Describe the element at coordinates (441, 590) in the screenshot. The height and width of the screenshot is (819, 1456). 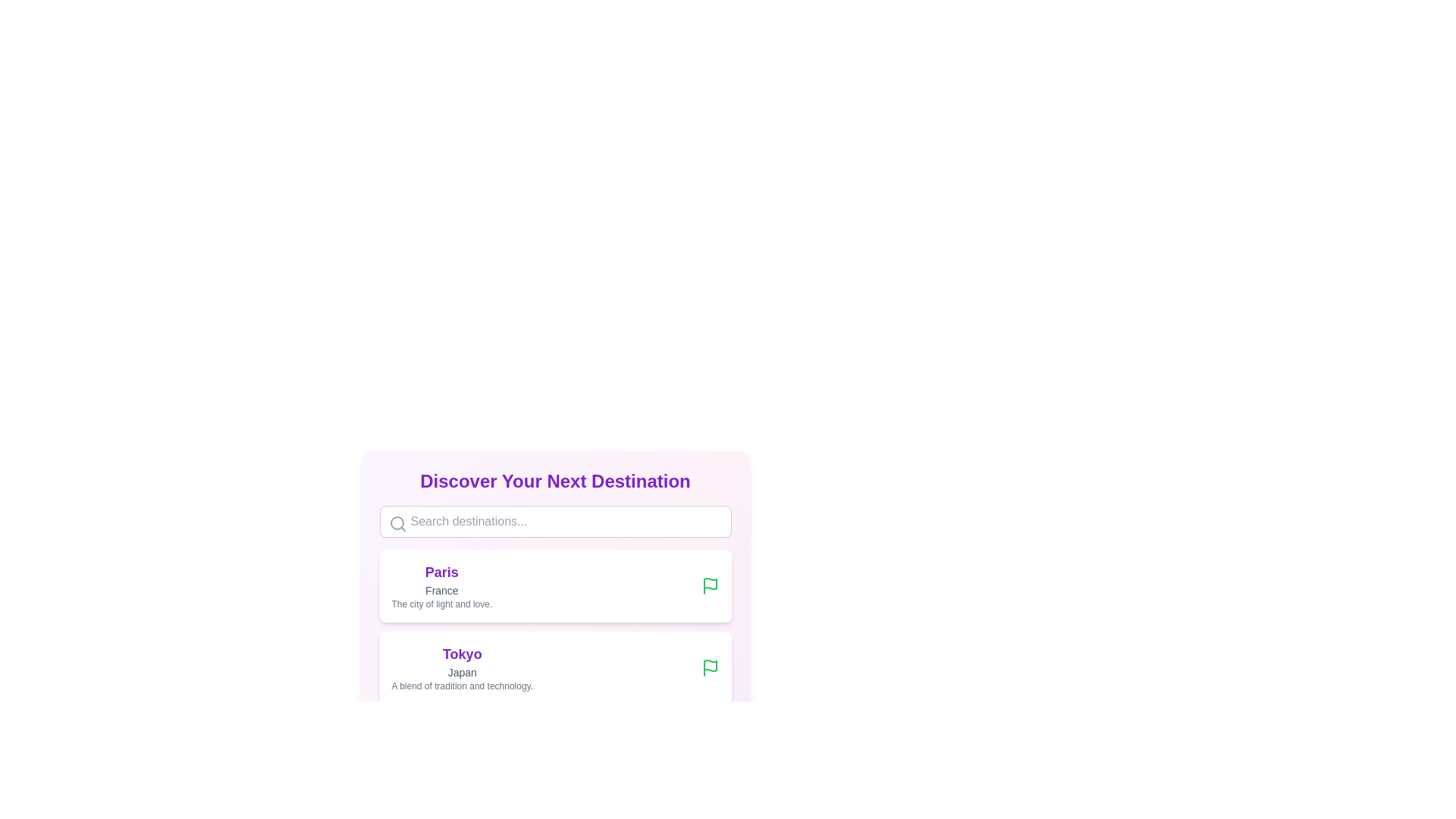
I see `the text label displaying 'France' which is located below 'Paris' and above 'The city of light and love.' in a card-like layout` at that location.